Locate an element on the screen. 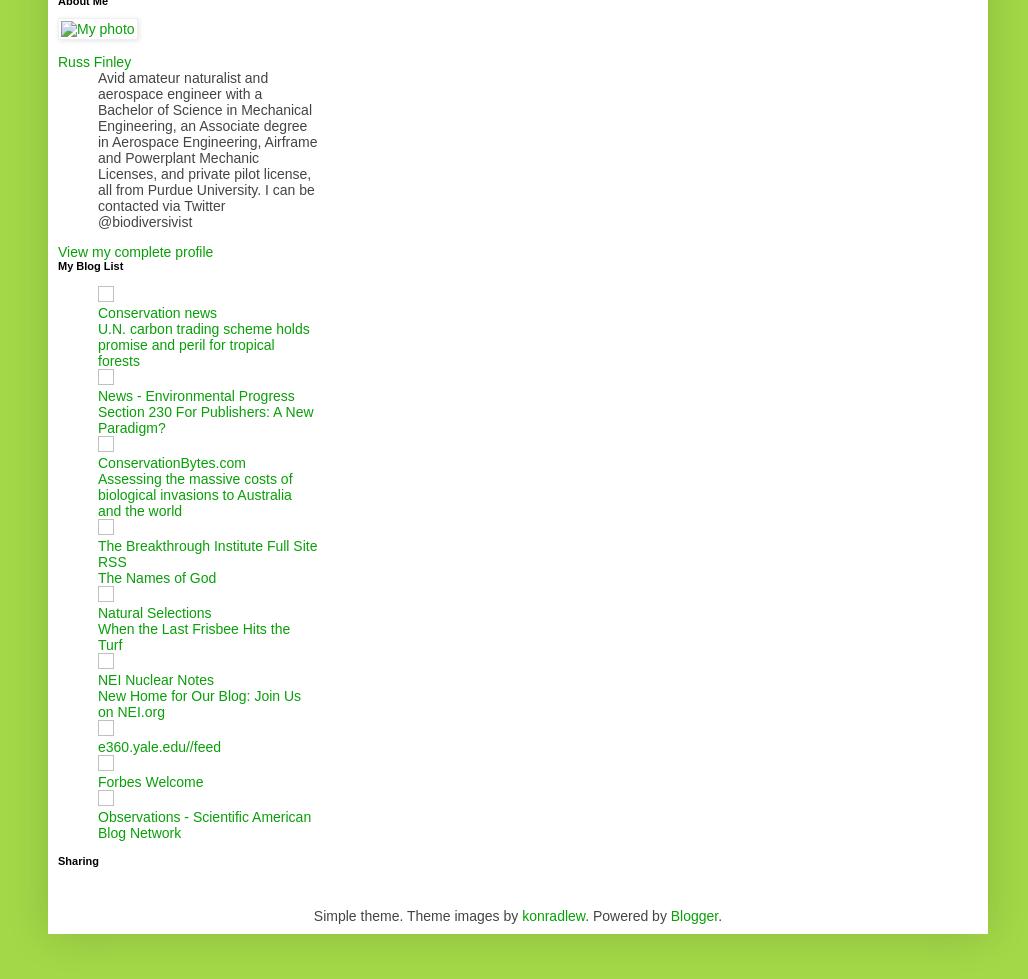 The image size is (1028, 979). 'When the Last Frisbee Hits the Turf' is located at coordinates (96, 636).